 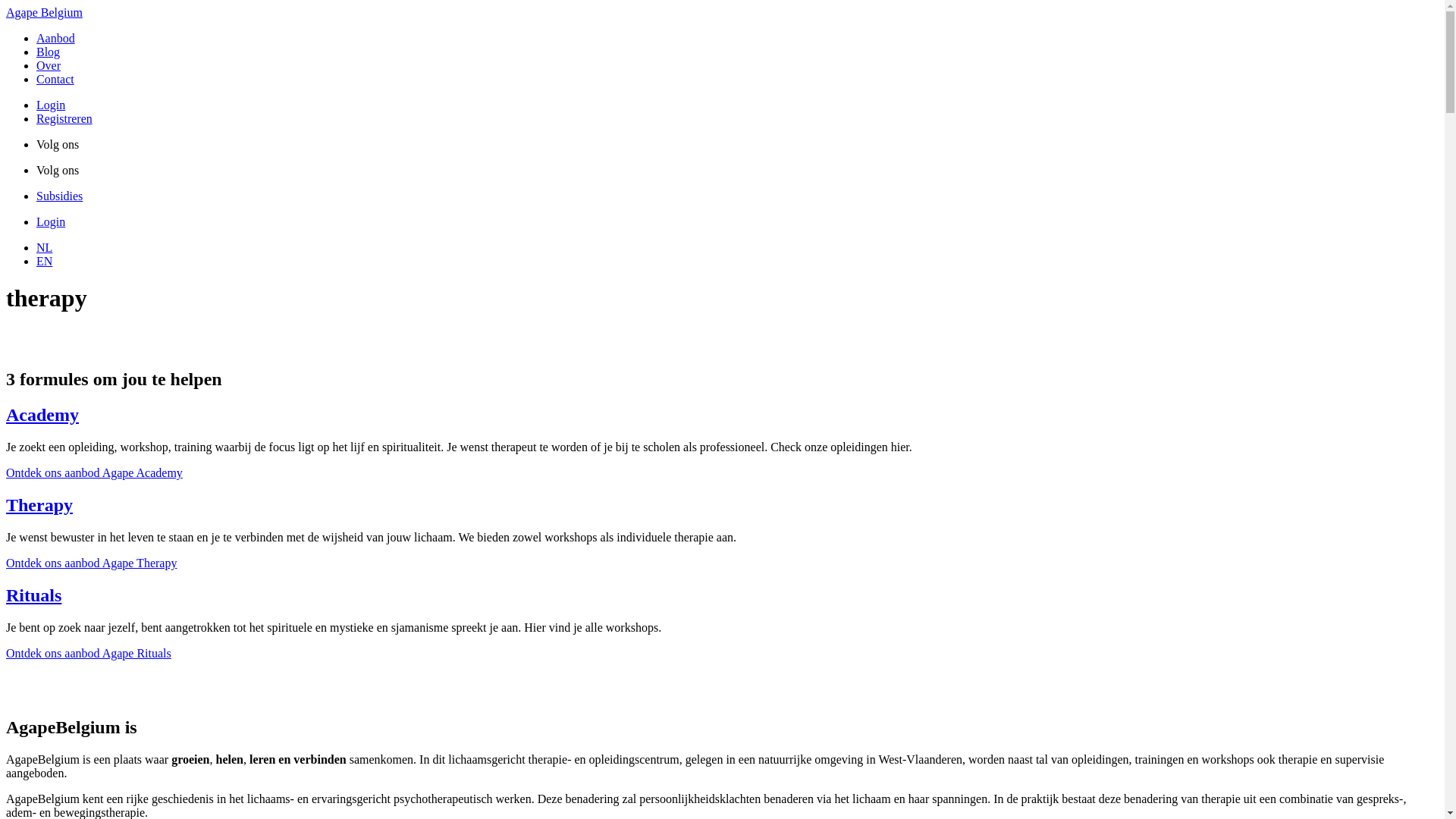 What do you see at coordinates (59, 195) in the screenshot?
I see `'Subsidies'` at bounding box center [59, 195].